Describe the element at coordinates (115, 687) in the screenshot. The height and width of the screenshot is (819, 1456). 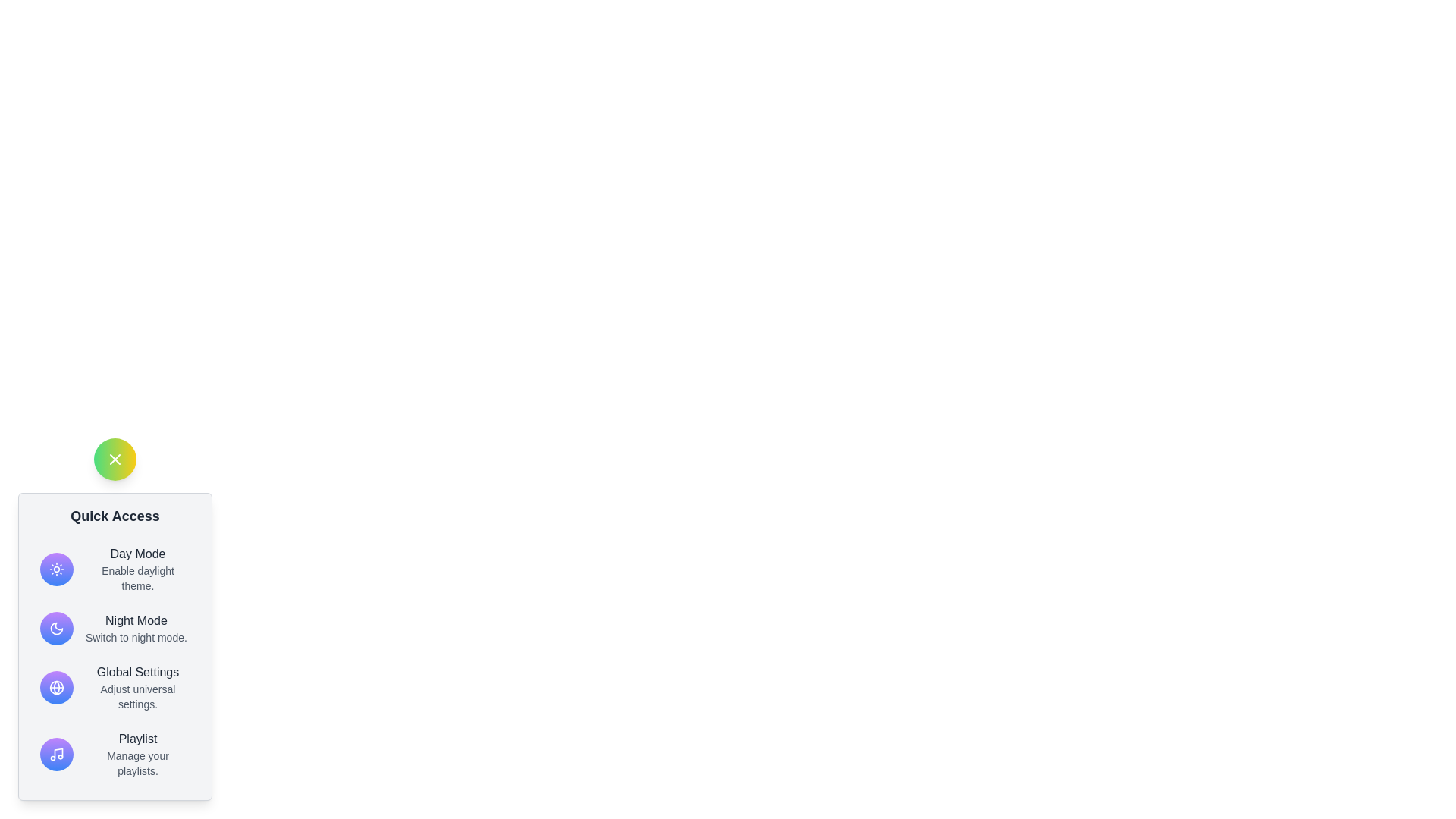
I see `the Global Settings option in the menu` at that location.